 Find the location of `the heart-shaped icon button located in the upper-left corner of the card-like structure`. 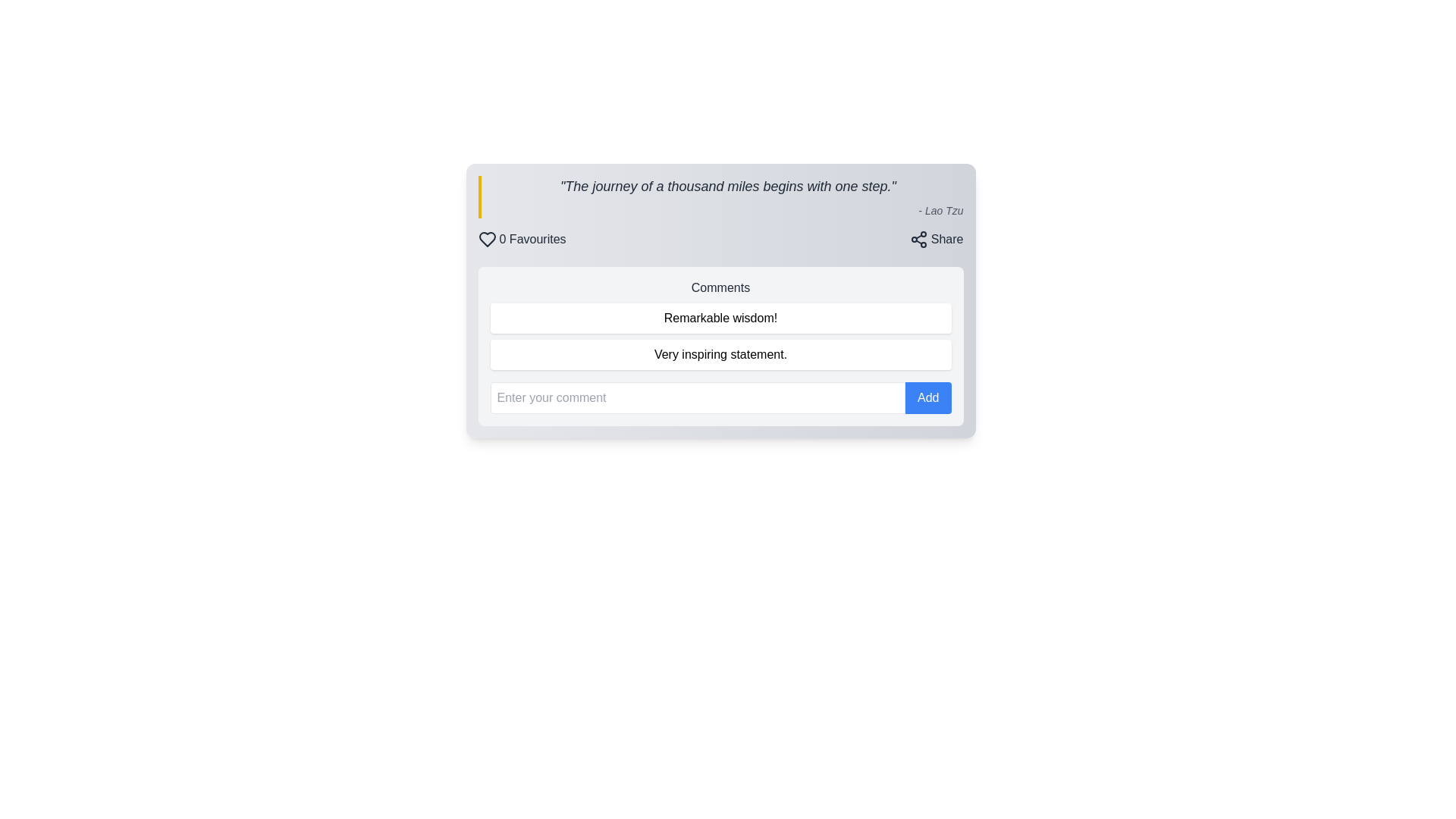

the heart-shaped icon button located in the upper-left corner of the card-like structure is located at coordinates (487, 239).